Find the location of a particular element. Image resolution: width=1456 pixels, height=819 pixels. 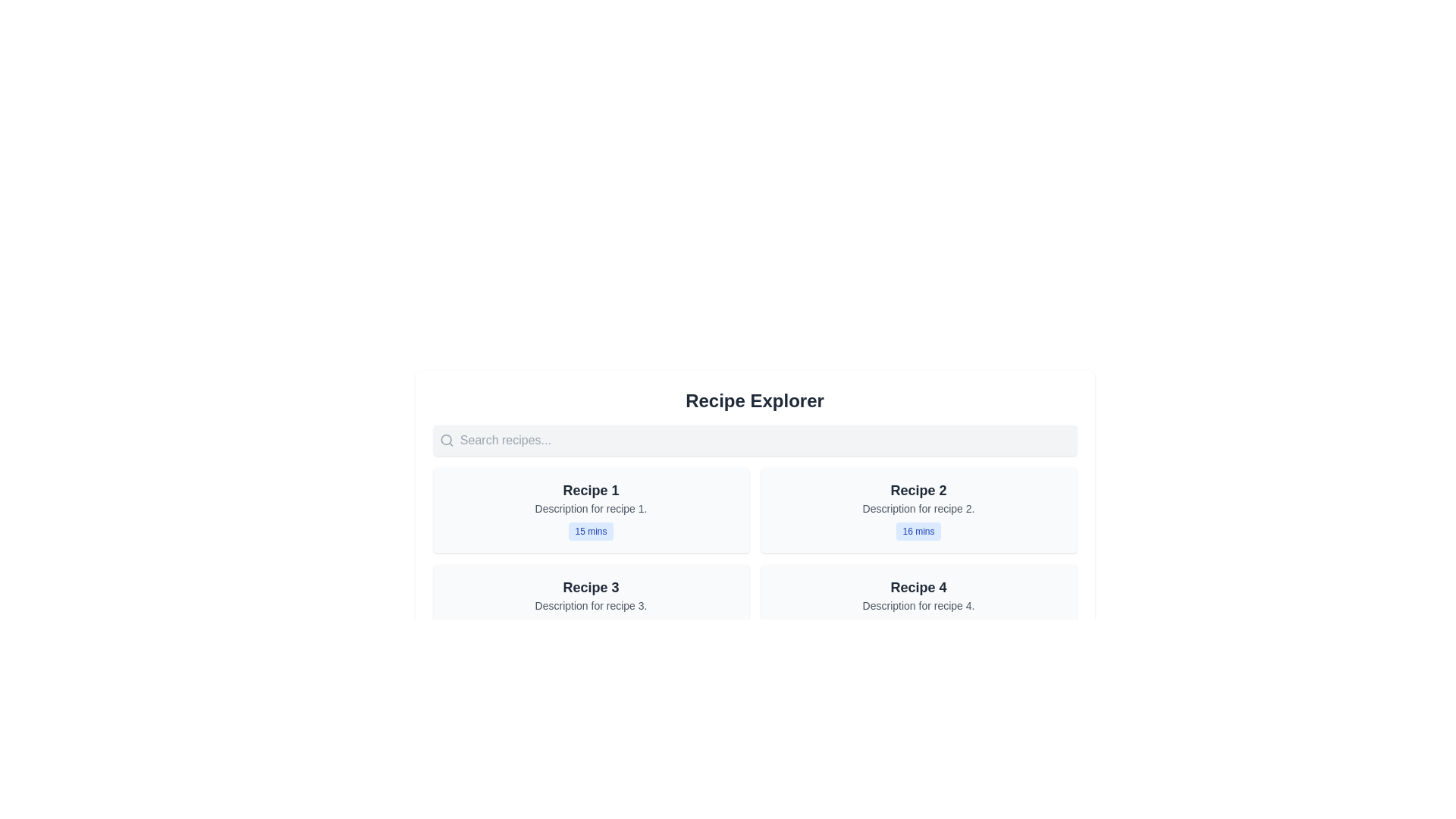

the Text Label displaying 'Recipe 4' in bold and large font, located at the top of a card in the bottom-right corner of a 2x2 grid of recipe cards is located at coordinates (918, 587).